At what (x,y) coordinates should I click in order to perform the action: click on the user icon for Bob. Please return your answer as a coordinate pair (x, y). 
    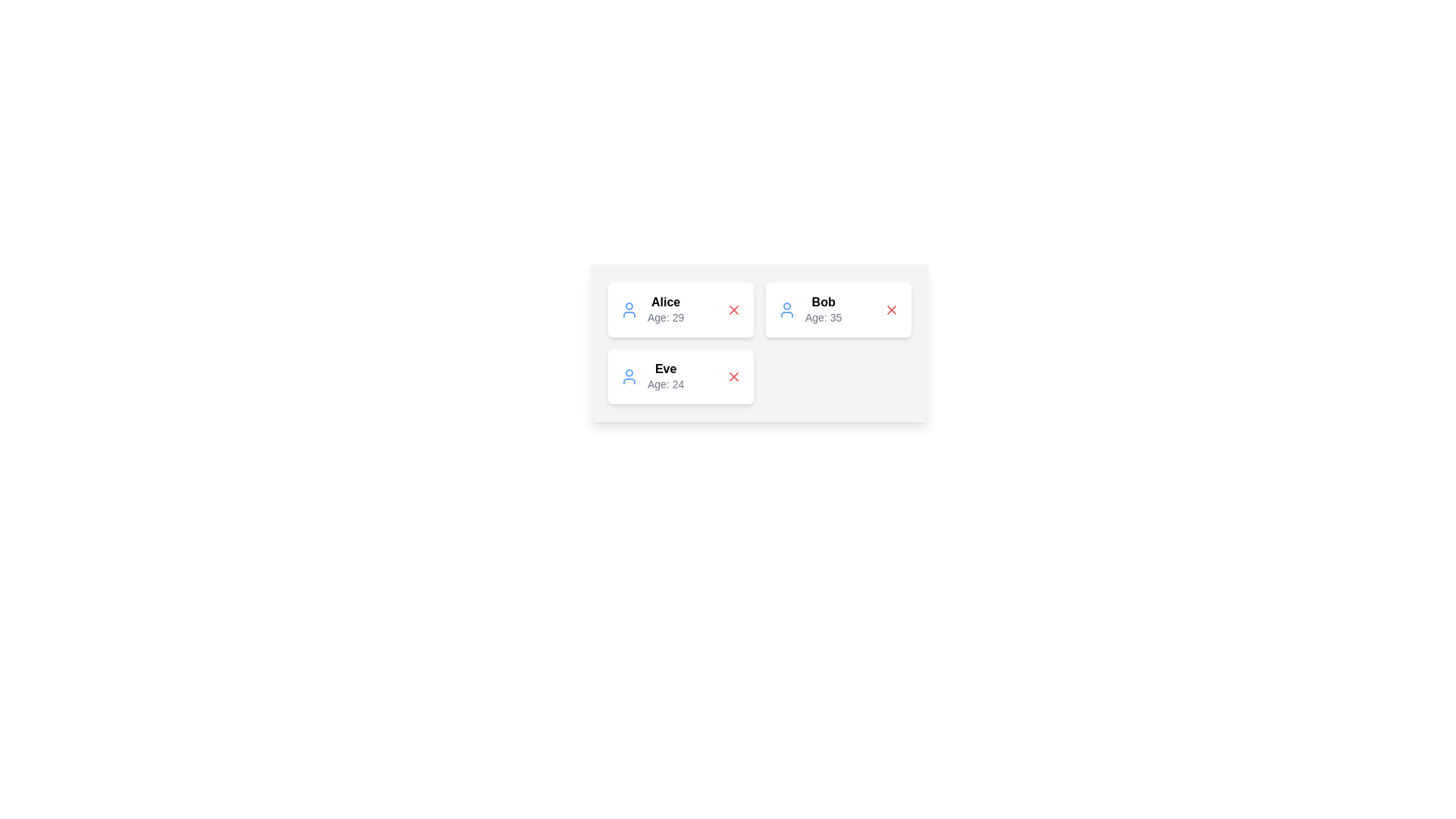
    Looking at the image, I should click on (786, 309).